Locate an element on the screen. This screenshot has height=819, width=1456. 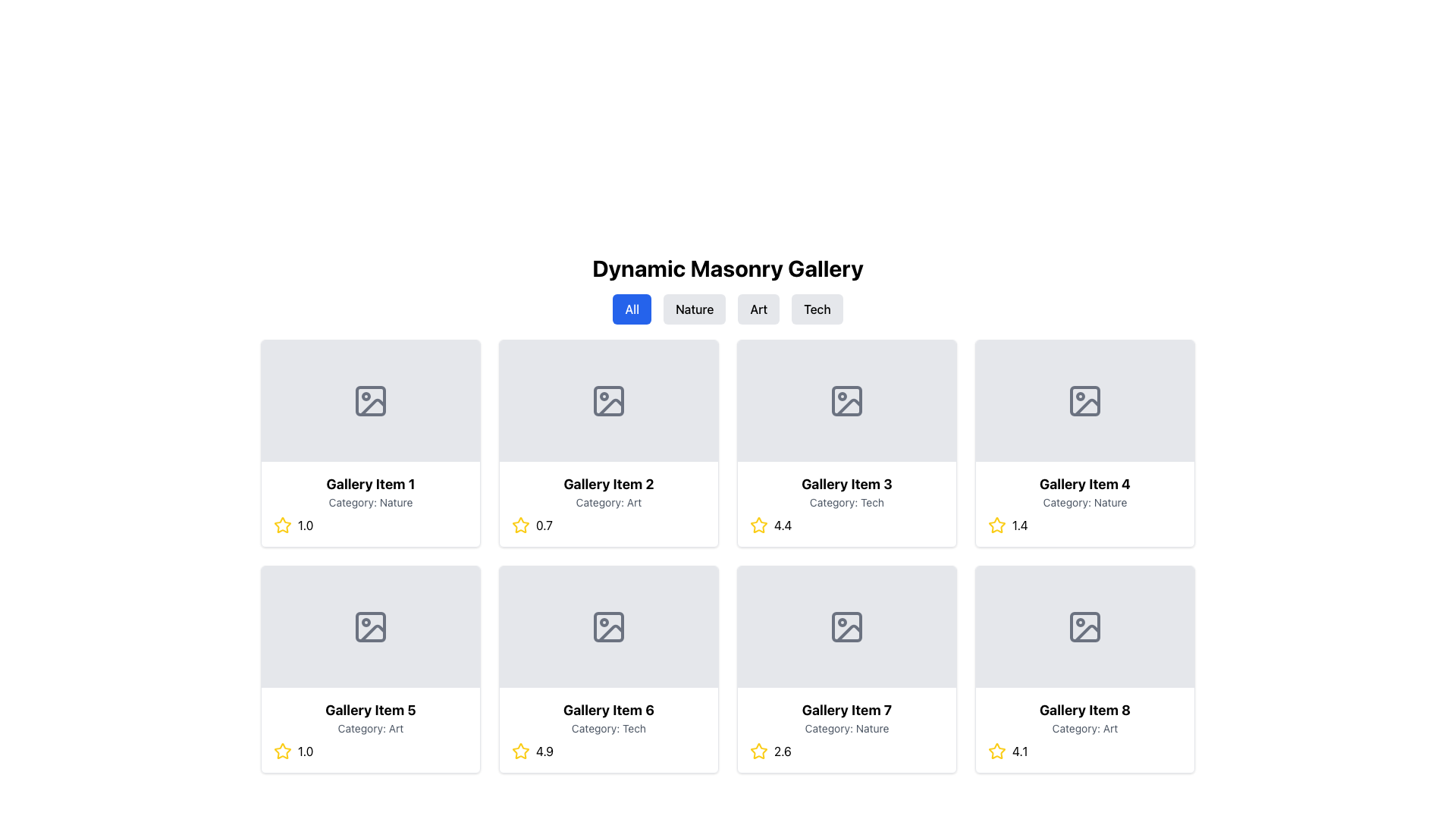
the star icon with a yellow outline located in the rating section of 'Gallery Item 8', positioned to the left of the numerical rating value '4.1' is located at coordinates (997, 751).